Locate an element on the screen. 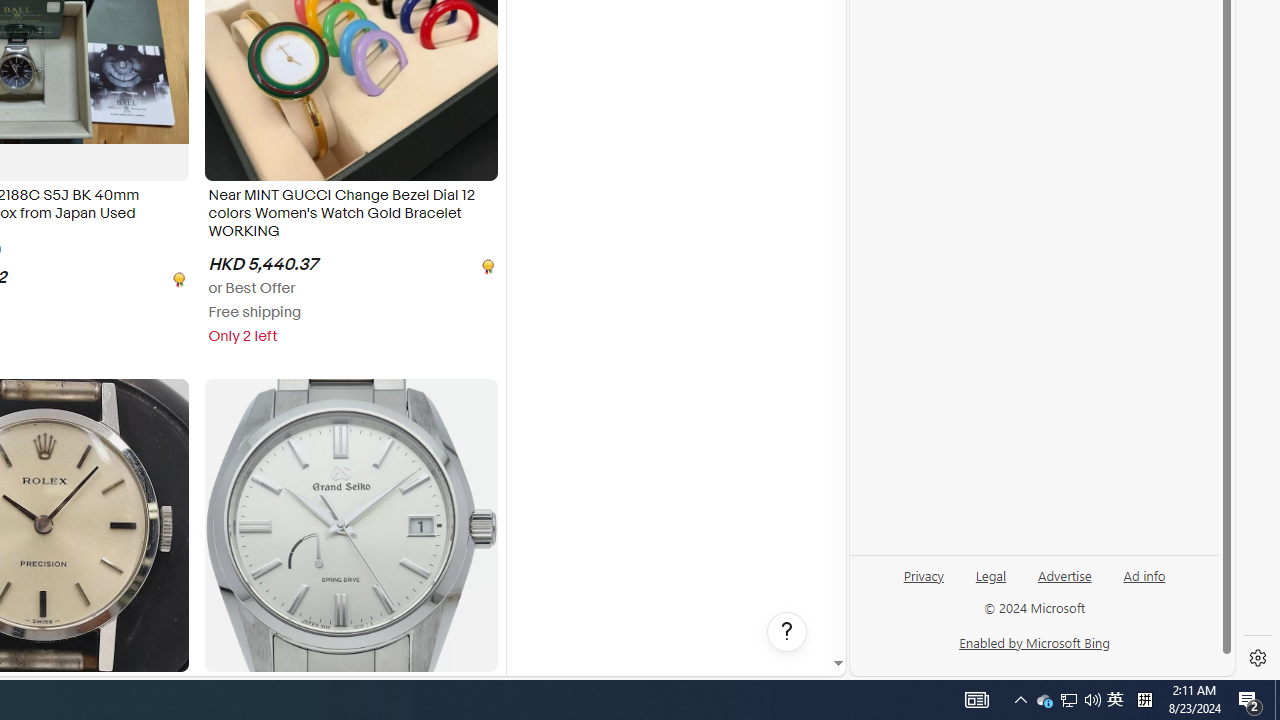  '[object Undefined]' is located at coordinates (486, 264).